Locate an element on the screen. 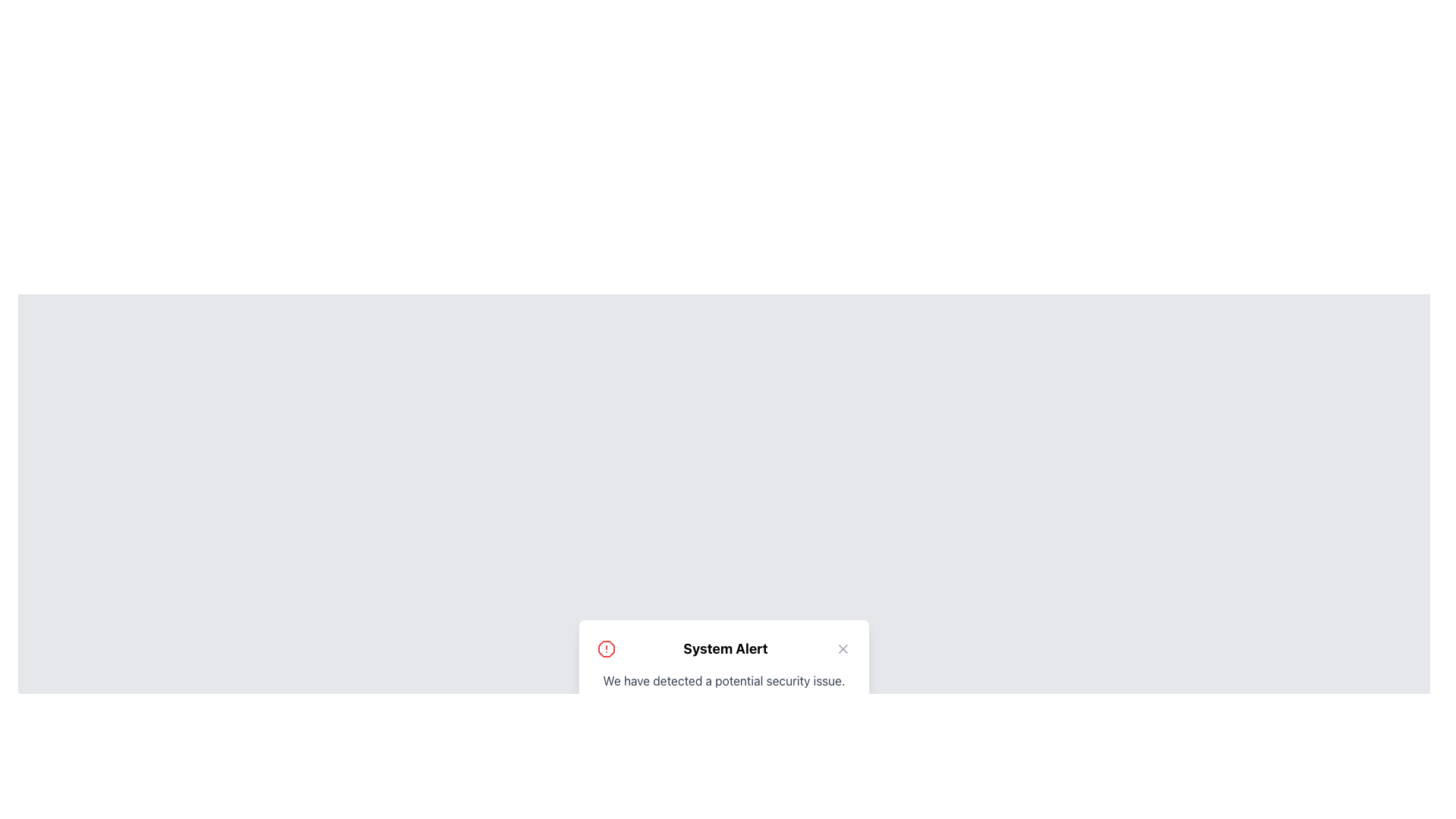 Image resolution: width=1456 pixels, height=819 pixels. the close button on the right side of the alert box is located at coordinates (843, 648).